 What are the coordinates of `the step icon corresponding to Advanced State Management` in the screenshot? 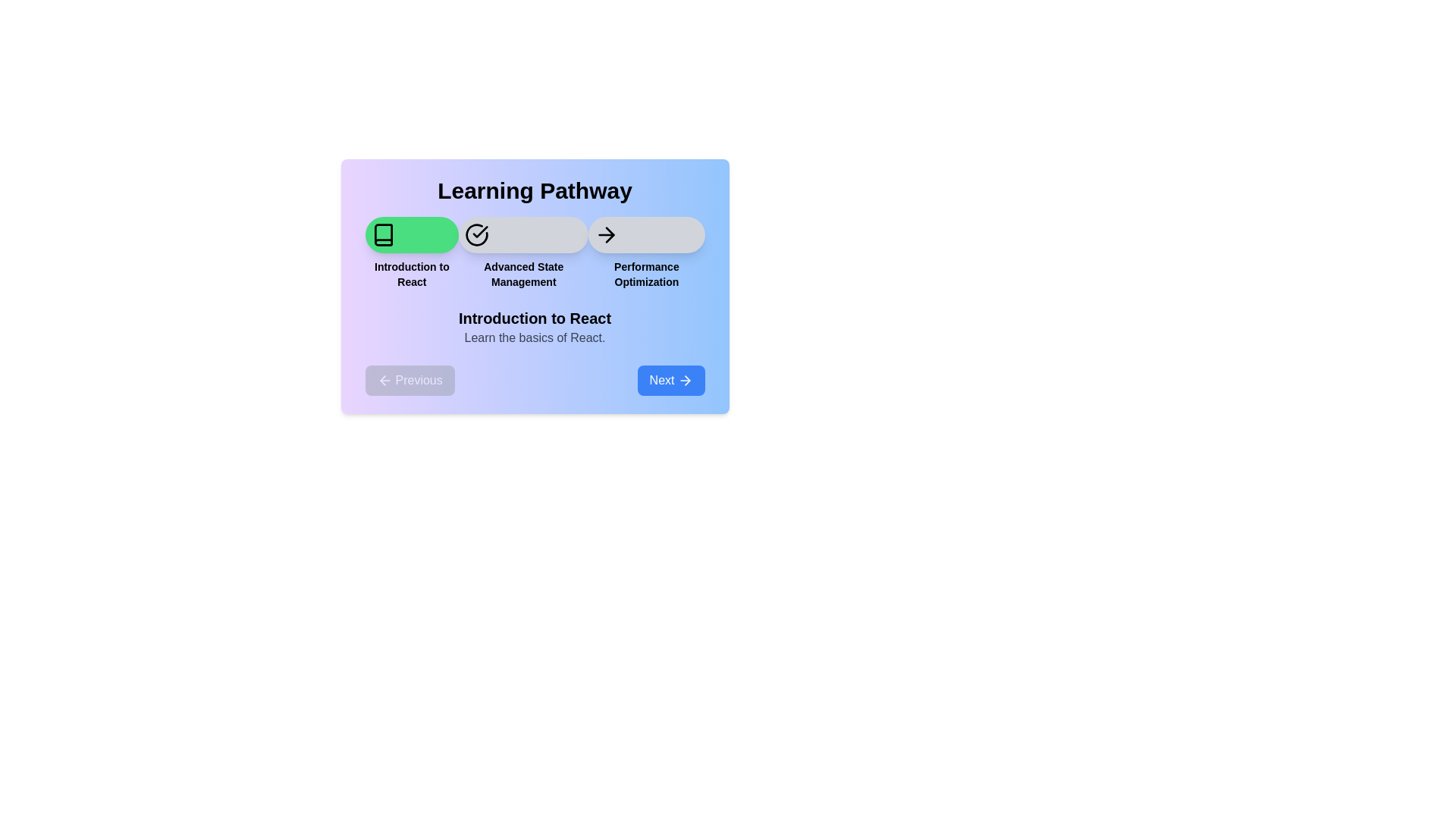 It's located at (523, 234).